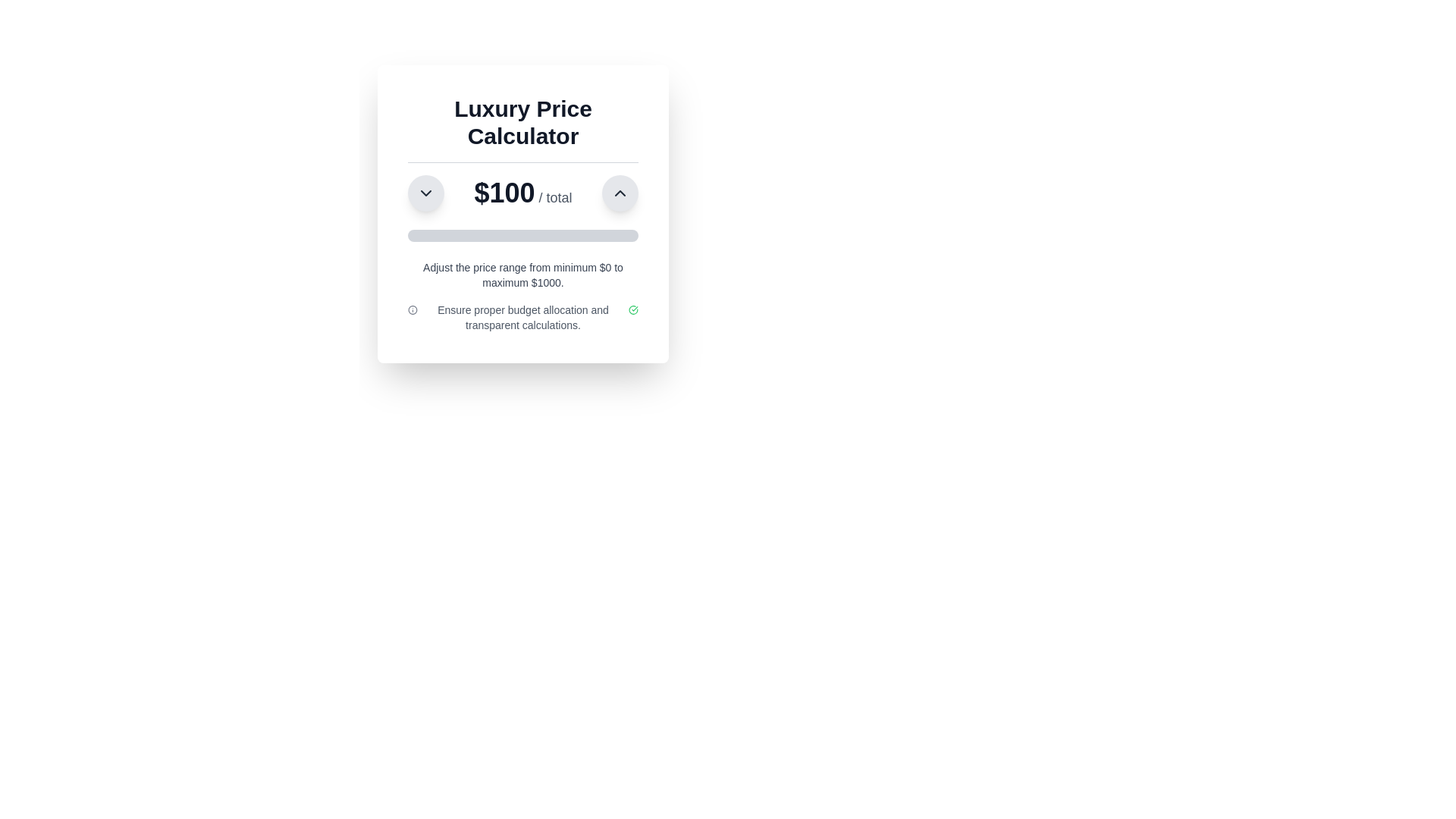 Image resolution: width=1456 pixels, height=819 pixels. I want to click on the text label reading '/ total', which is styled in light gray and located to the right of the '$100' text in the lower section of a larger bolded text block, so click(552, 197).